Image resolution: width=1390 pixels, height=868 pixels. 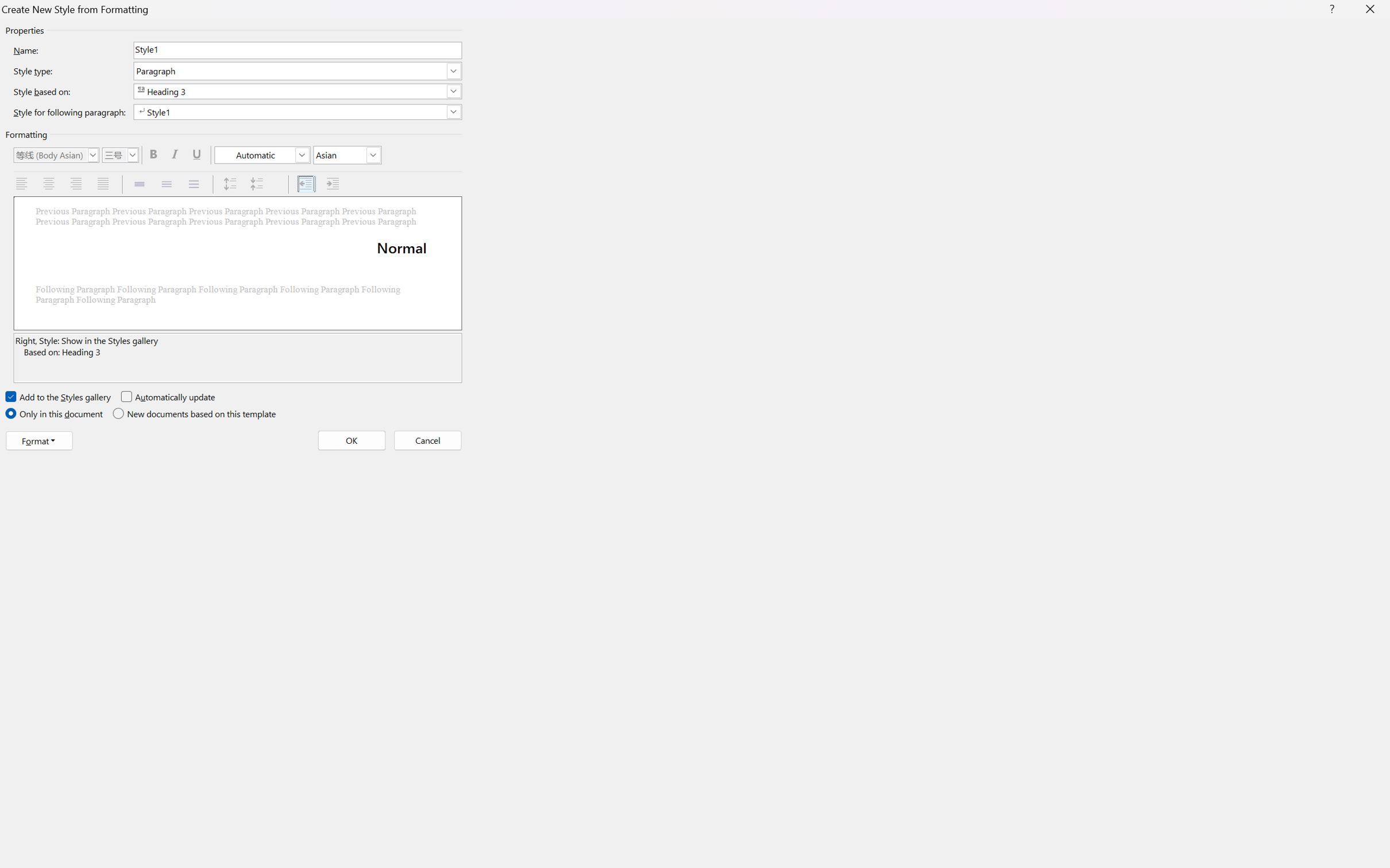 I want to click on 'Bold', so click(x=154, y=154).